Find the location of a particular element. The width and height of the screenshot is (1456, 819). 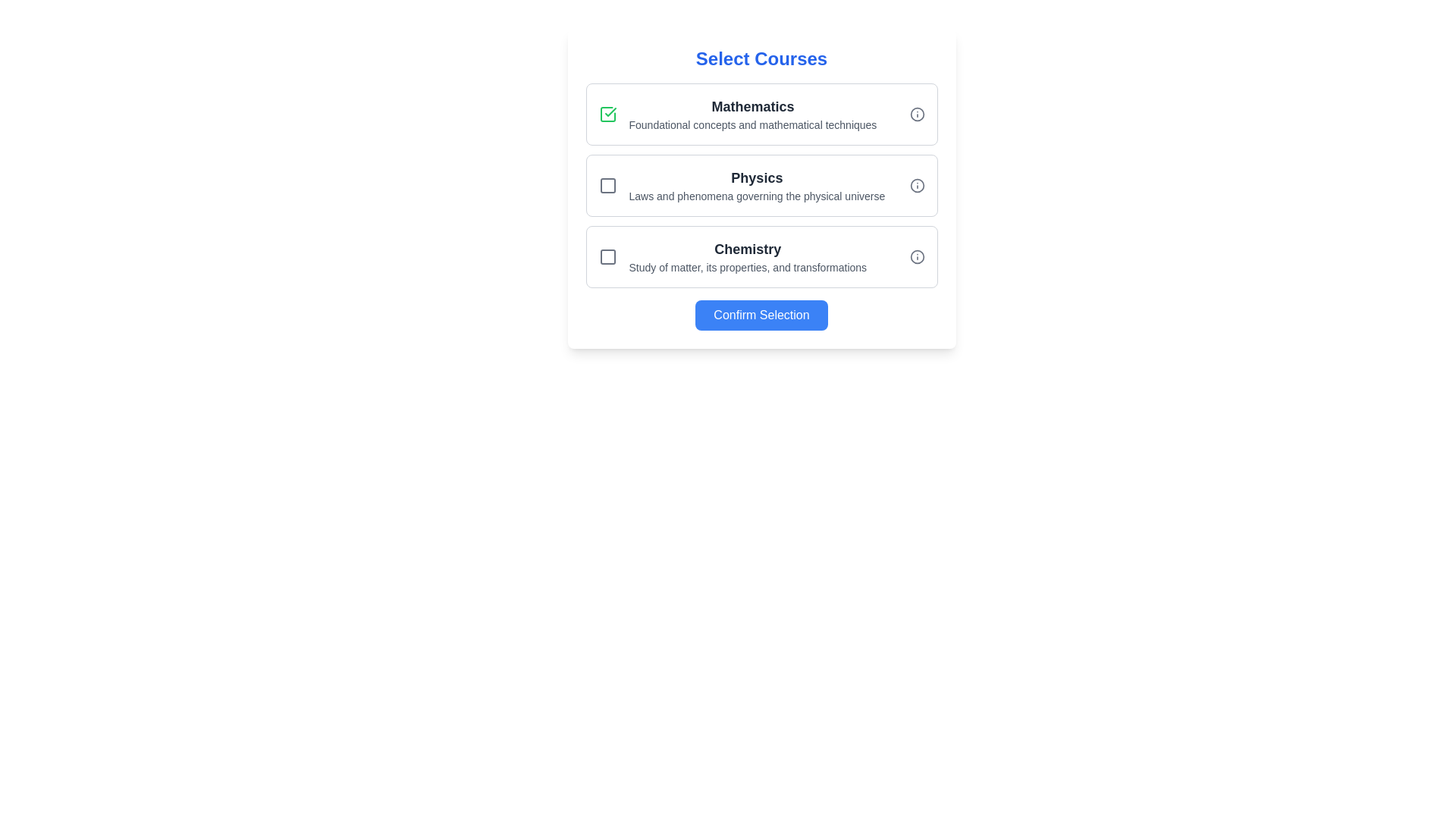

the static text label that provides supplementary information about the course titled 'Study of matter, its properties, and transformations', located below the 'Chemistry' header is located at coordinates (748, 267).